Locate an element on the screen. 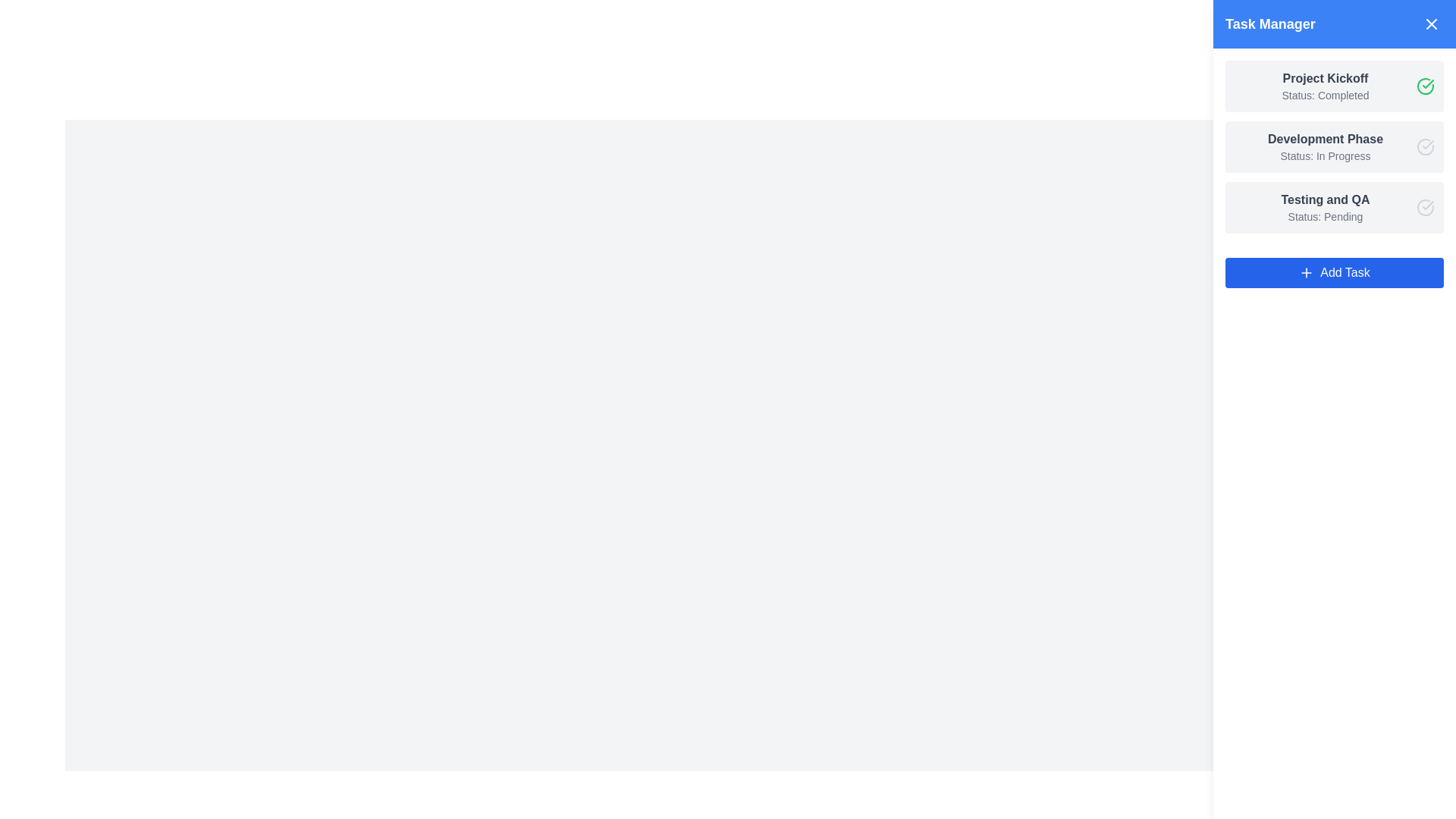 This screenshot has width=1456, height=819. the Close icon styled within an SVG tag located in the top right corner of the blue 'Task Manager' panel is located at coordinates (1430, 24).